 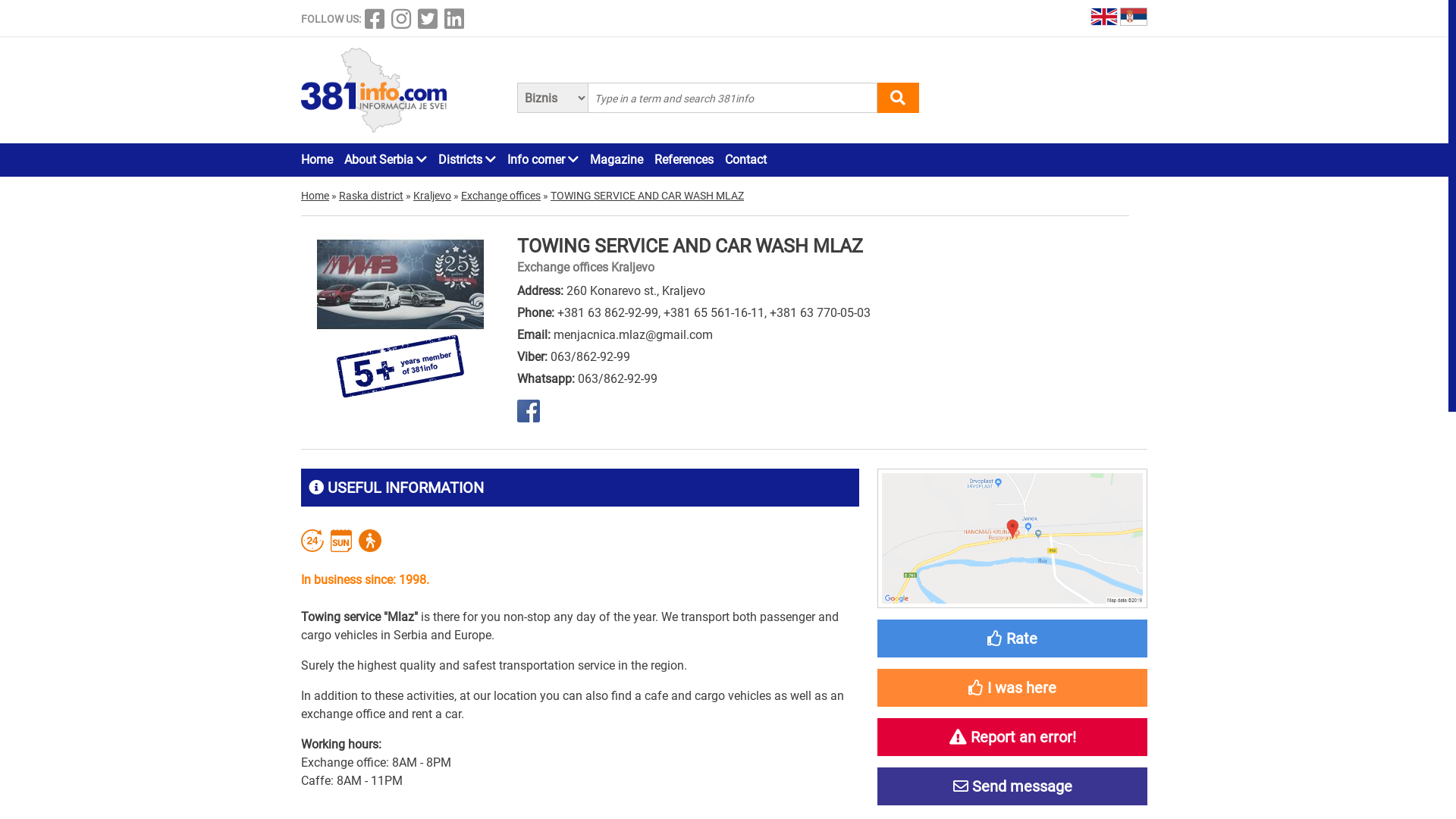 I want to click on 'About Serbia', so click(x=385, y=160).